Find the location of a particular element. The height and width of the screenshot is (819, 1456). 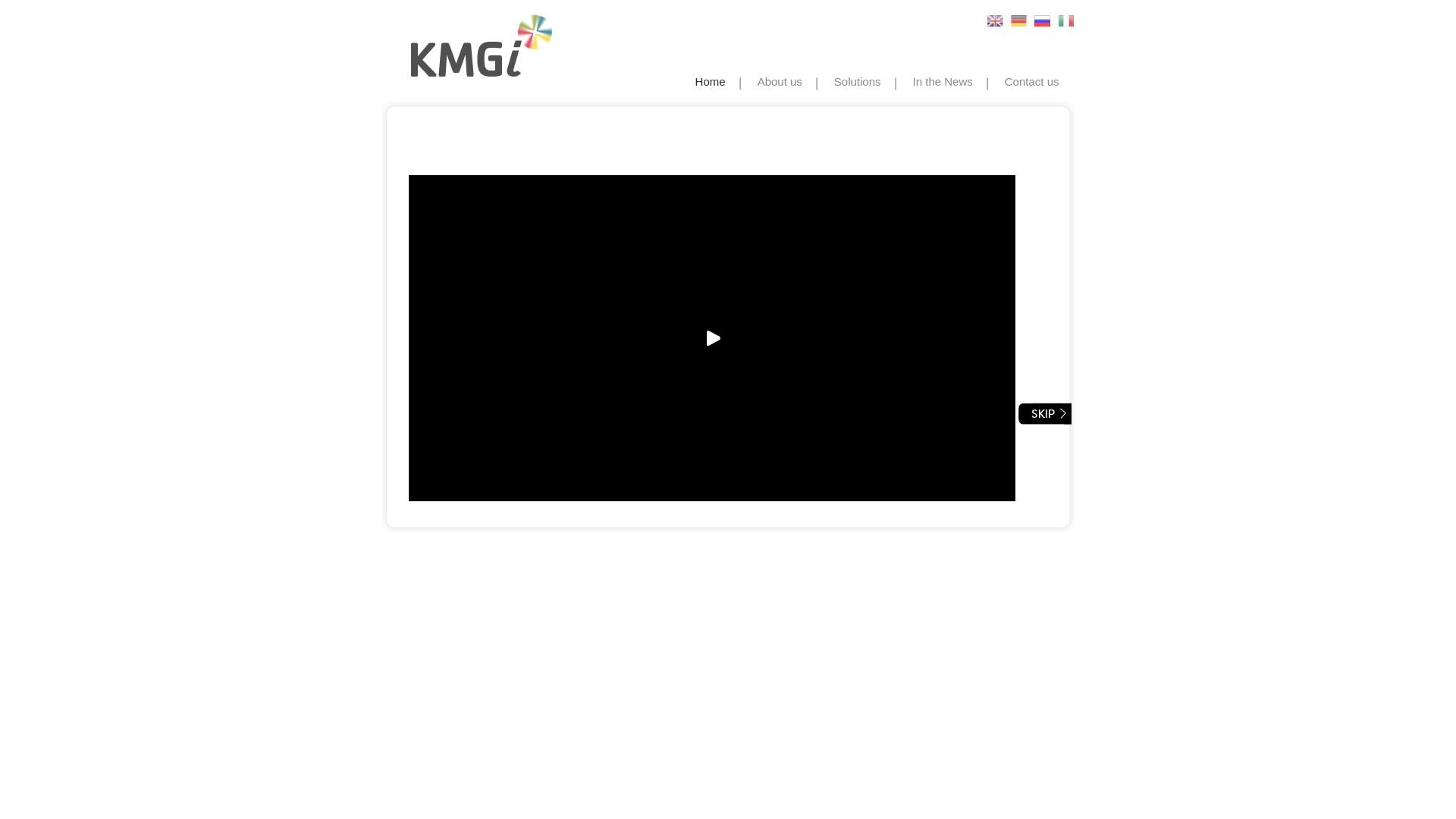

'Home' is located at coordinates (679, 81).